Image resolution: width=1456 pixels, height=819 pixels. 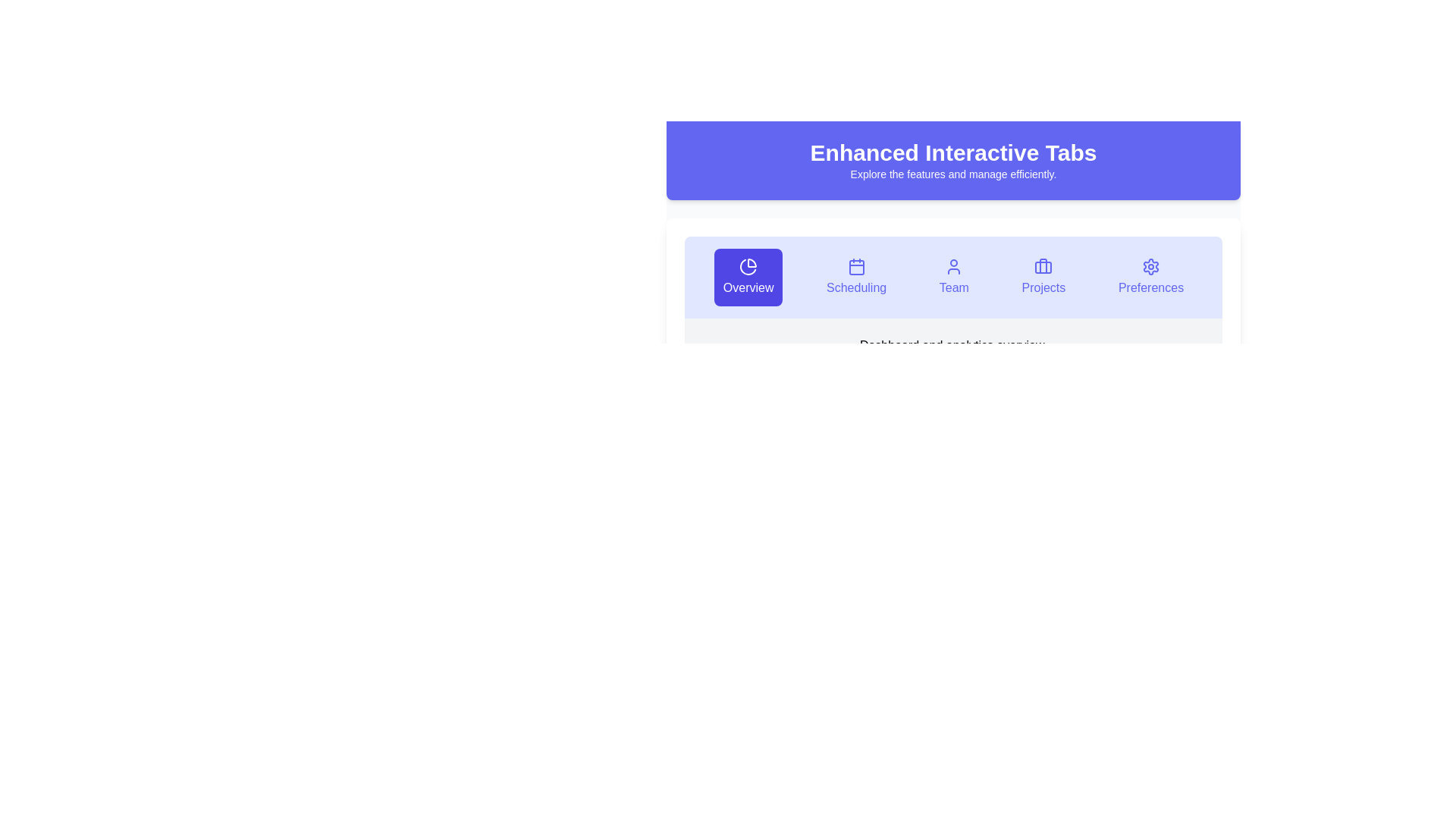 I want to click on the 'Scheduling' icon in the navigation bar, which is the second option and centrally positioned among 'Overview' and 'Team', so click(x=856, y=265).